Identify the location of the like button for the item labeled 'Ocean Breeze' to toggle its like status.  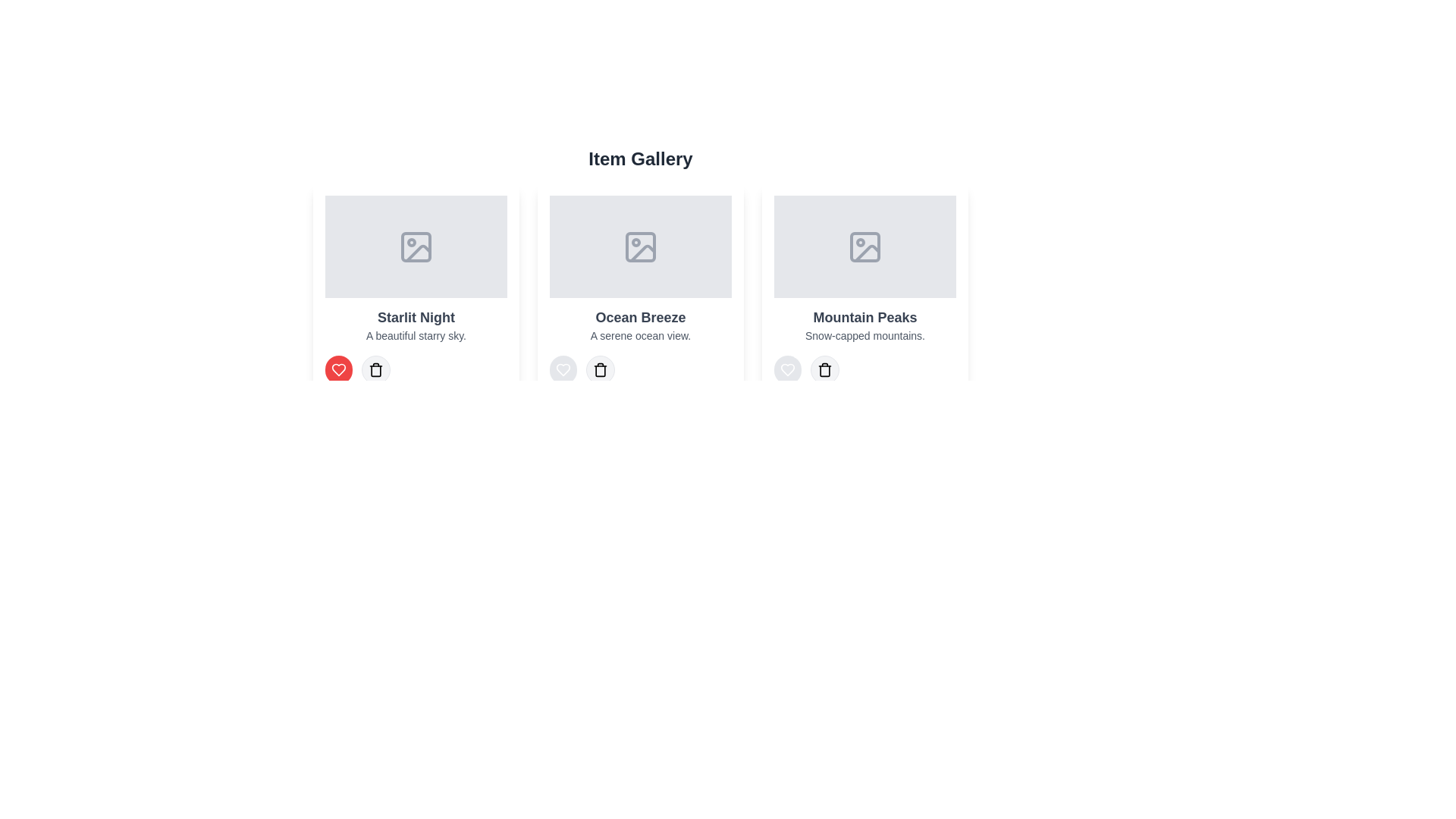
(563, 370).